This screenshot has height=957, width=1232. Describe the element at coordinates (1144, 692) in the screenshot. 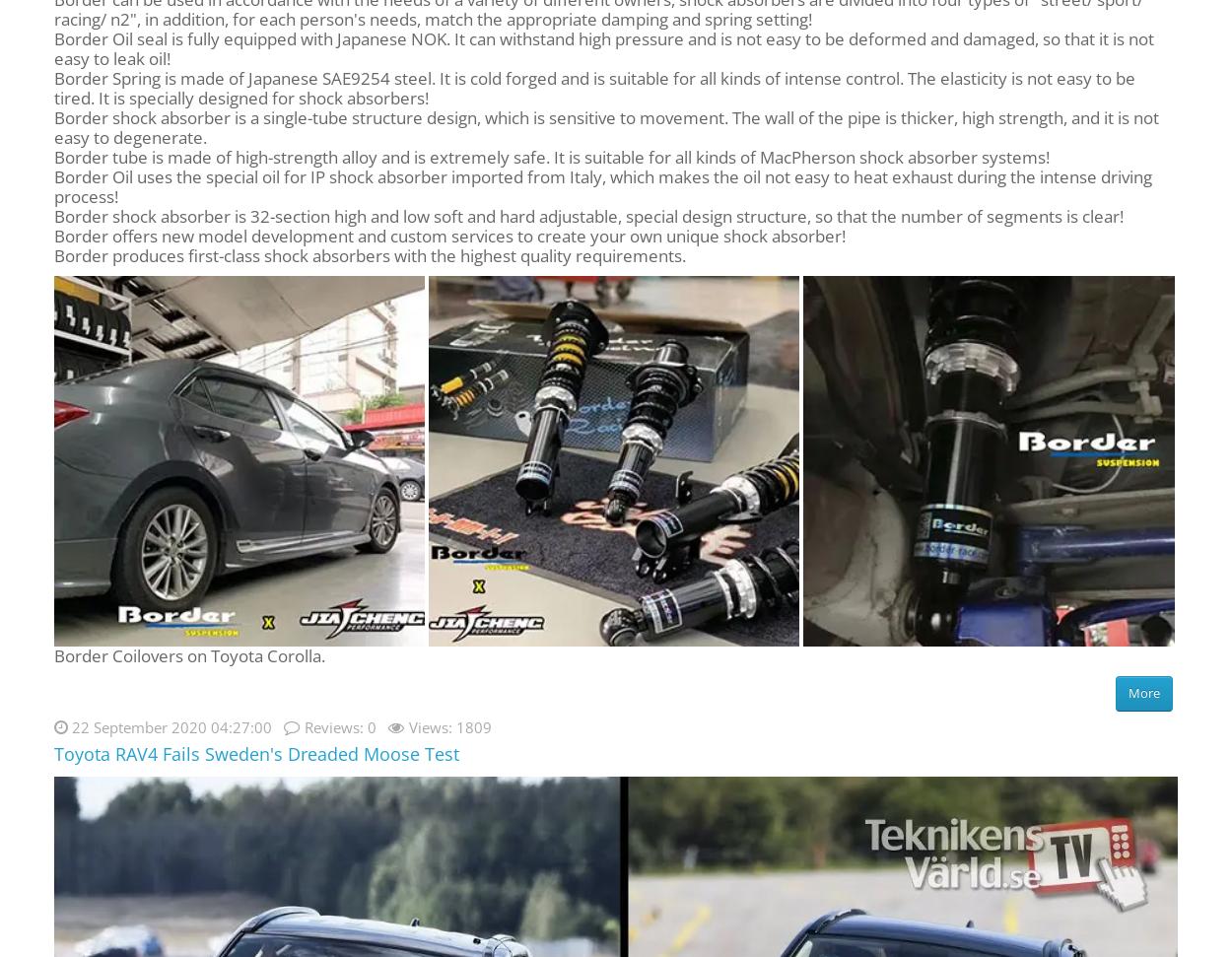

I see `'More'` at that location.